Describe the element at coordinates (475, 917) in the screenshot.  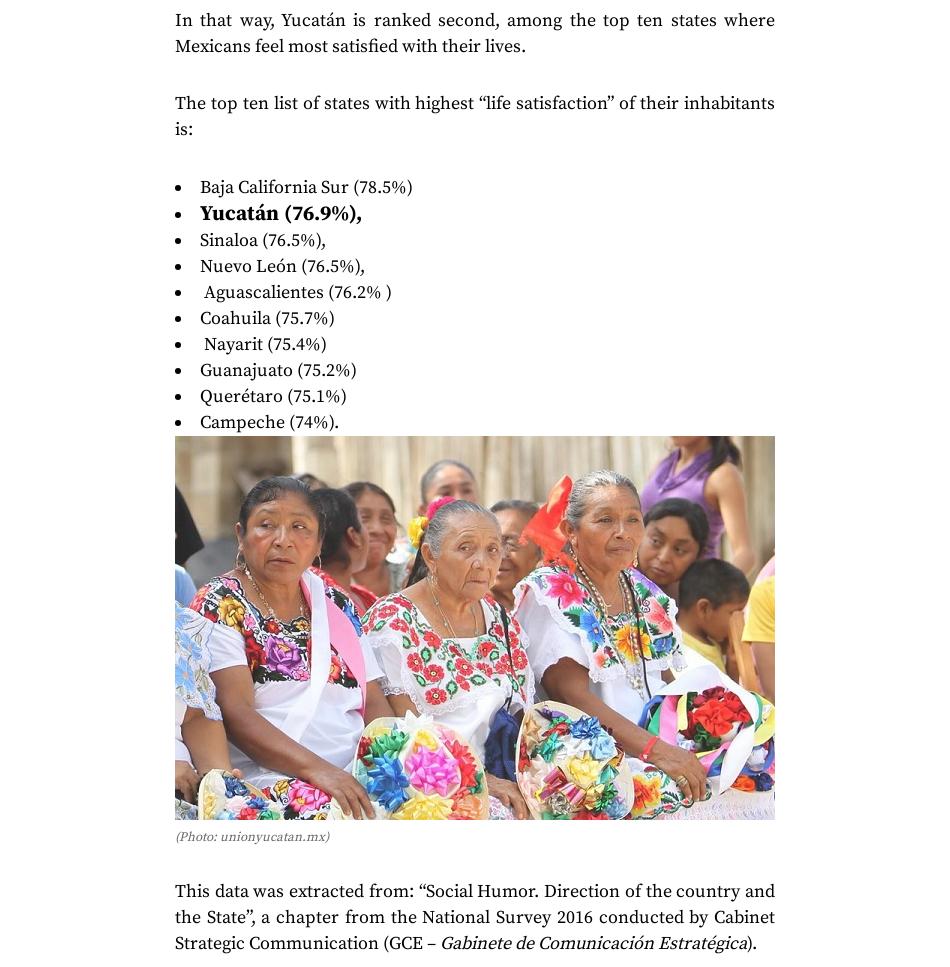
I see `'This data was extracted from: “Social Humor. Direction of the country and the State”, a chapter from the National Survey 2016 conducted by Cabinet Strategic Communication (GCE –'` at that location.